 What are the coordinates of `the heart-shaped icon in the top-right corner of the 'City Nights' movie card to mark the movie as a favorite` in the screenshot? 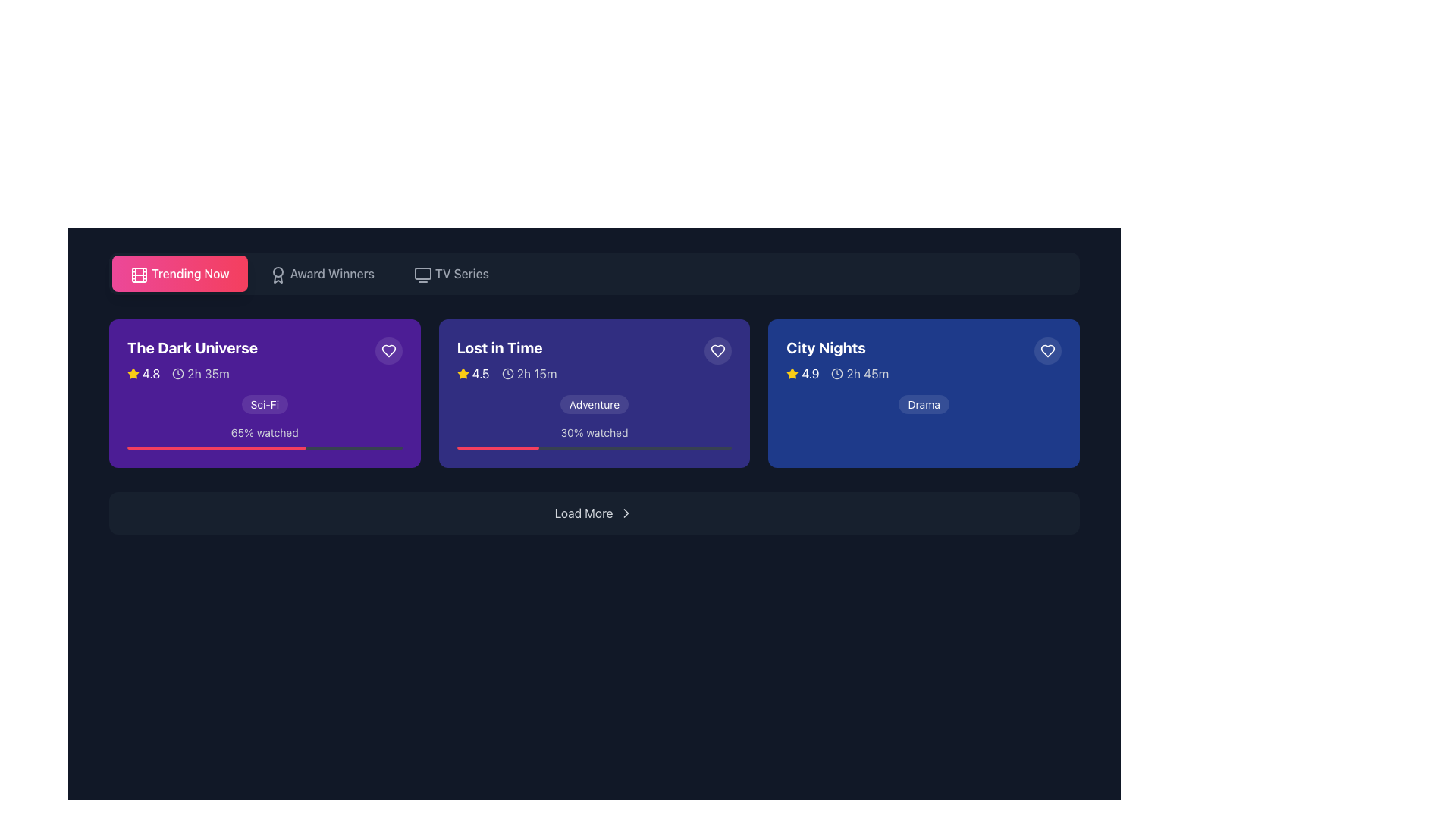 It's located at (1046, 350).